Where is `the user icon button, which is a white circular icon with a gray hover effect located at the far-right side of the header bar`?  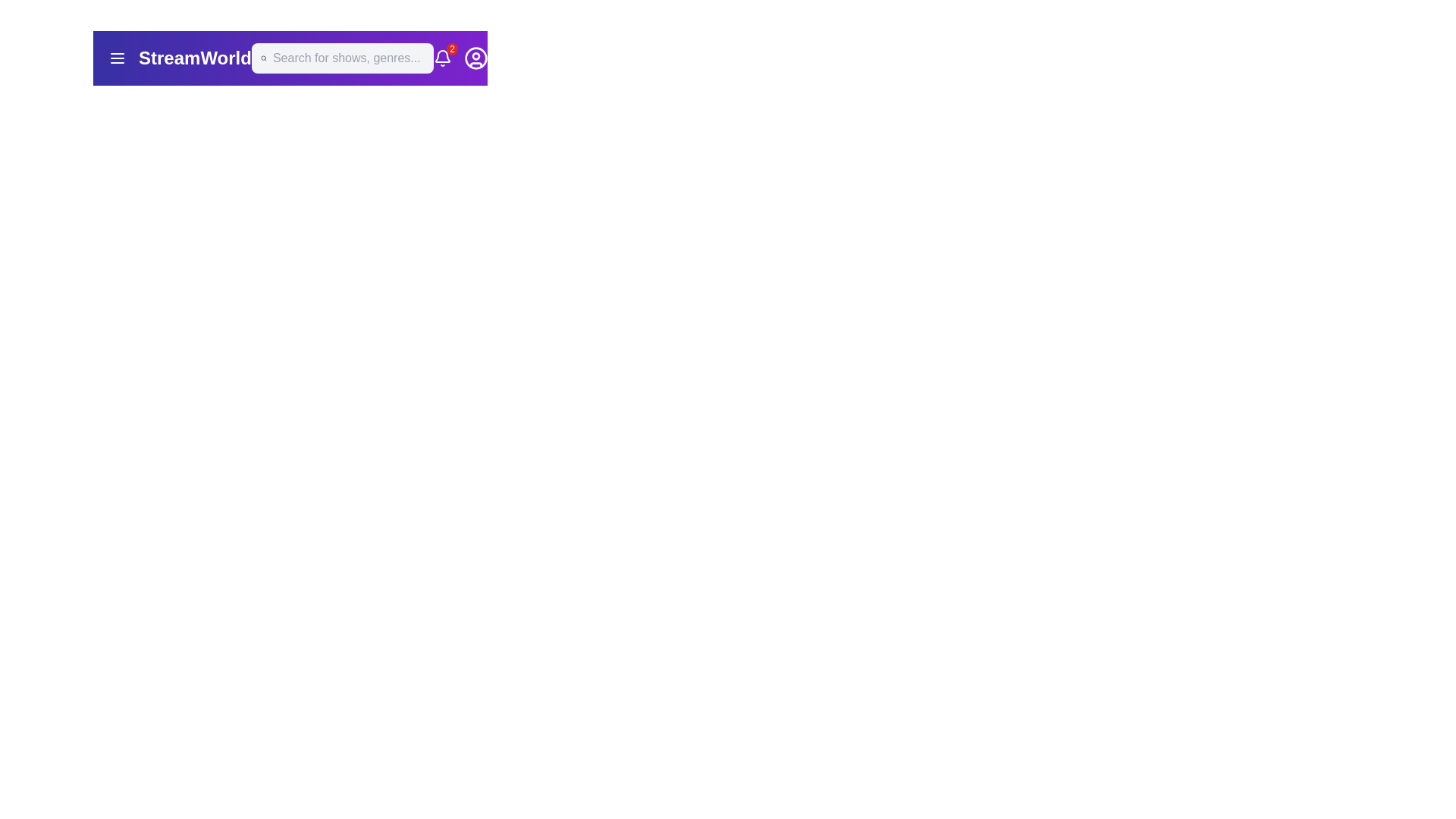
the user icon button, which is a white circular icon with a gray hover effect located at the far-right side of the header bar is located at coordinates (475, 58).